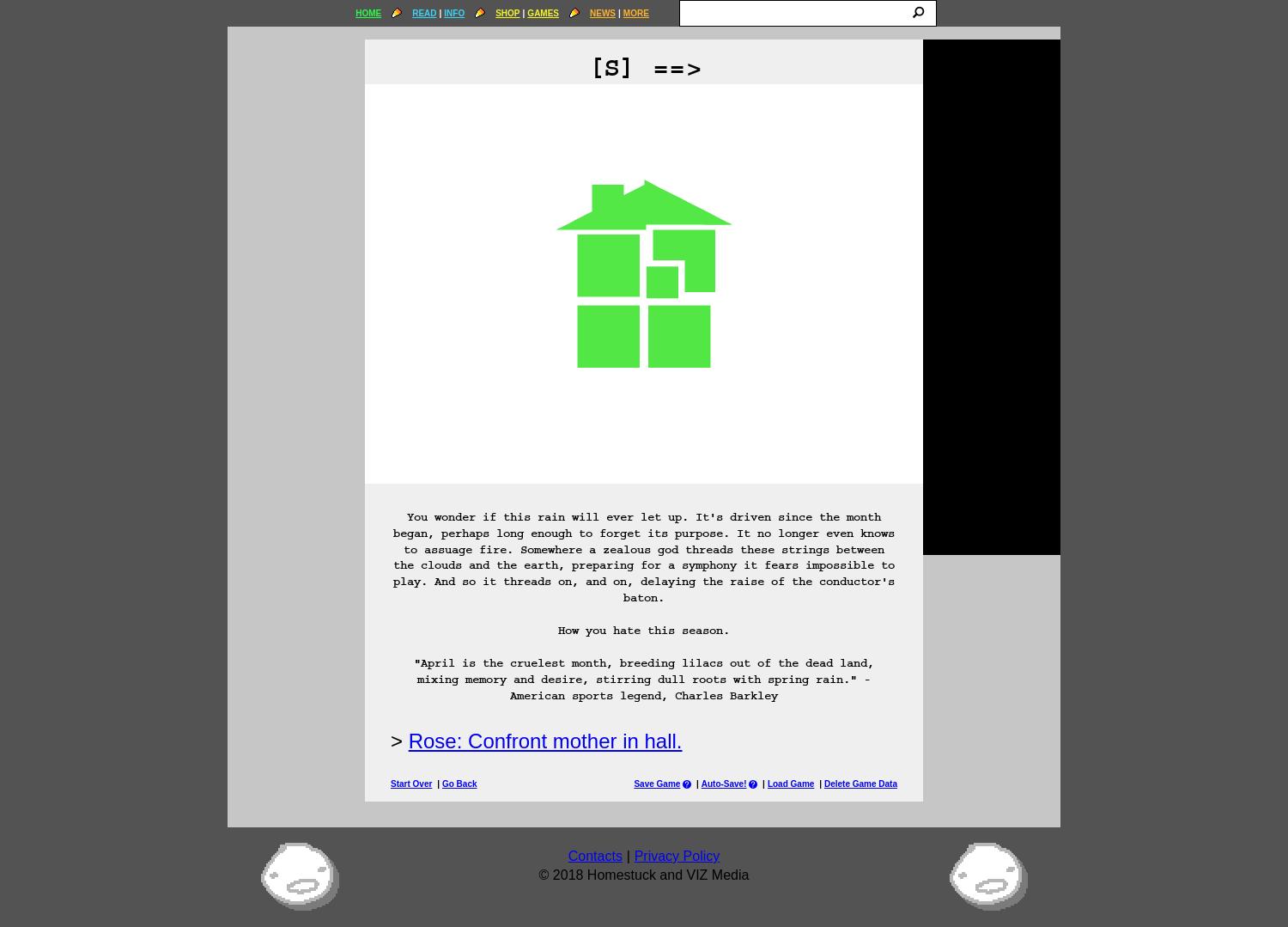  Describe the element at coordinates (368, 13) in the screenshot. I see `'HOME'` at that location.